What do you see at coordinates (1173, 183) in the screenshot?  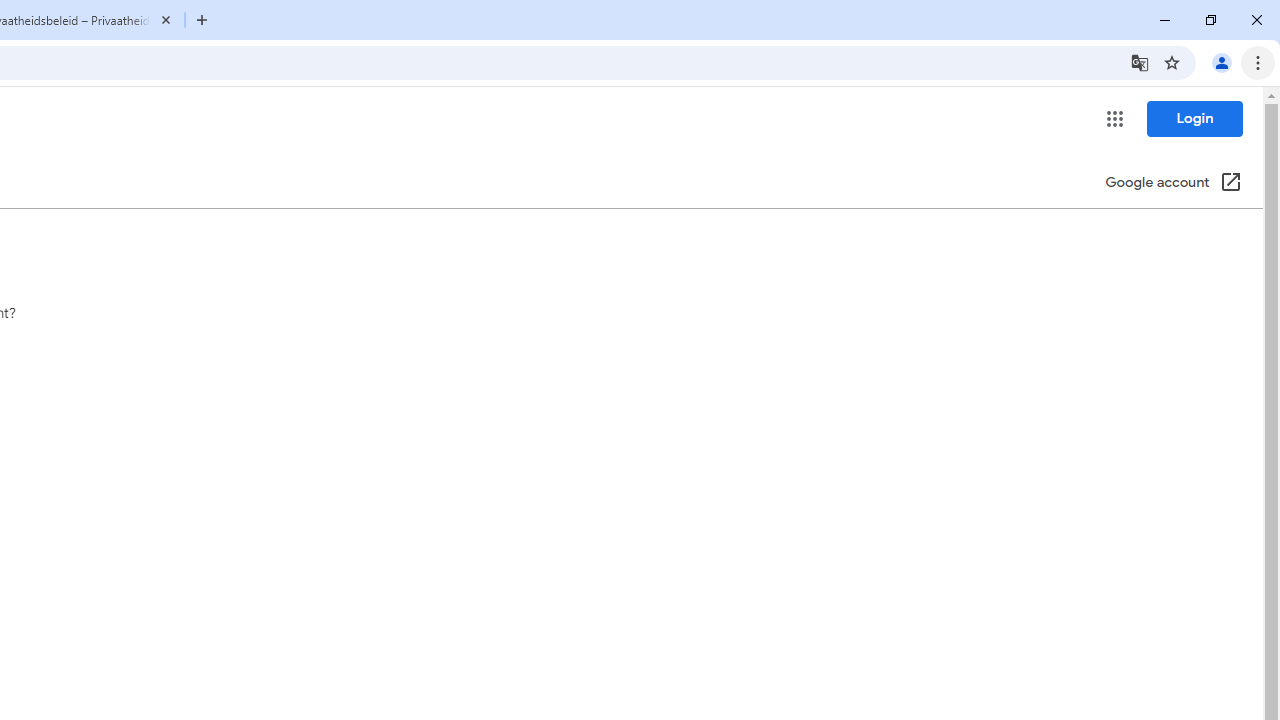 I see `'Google Account (Opens in new window)'` at bounding box center [1173, 183].